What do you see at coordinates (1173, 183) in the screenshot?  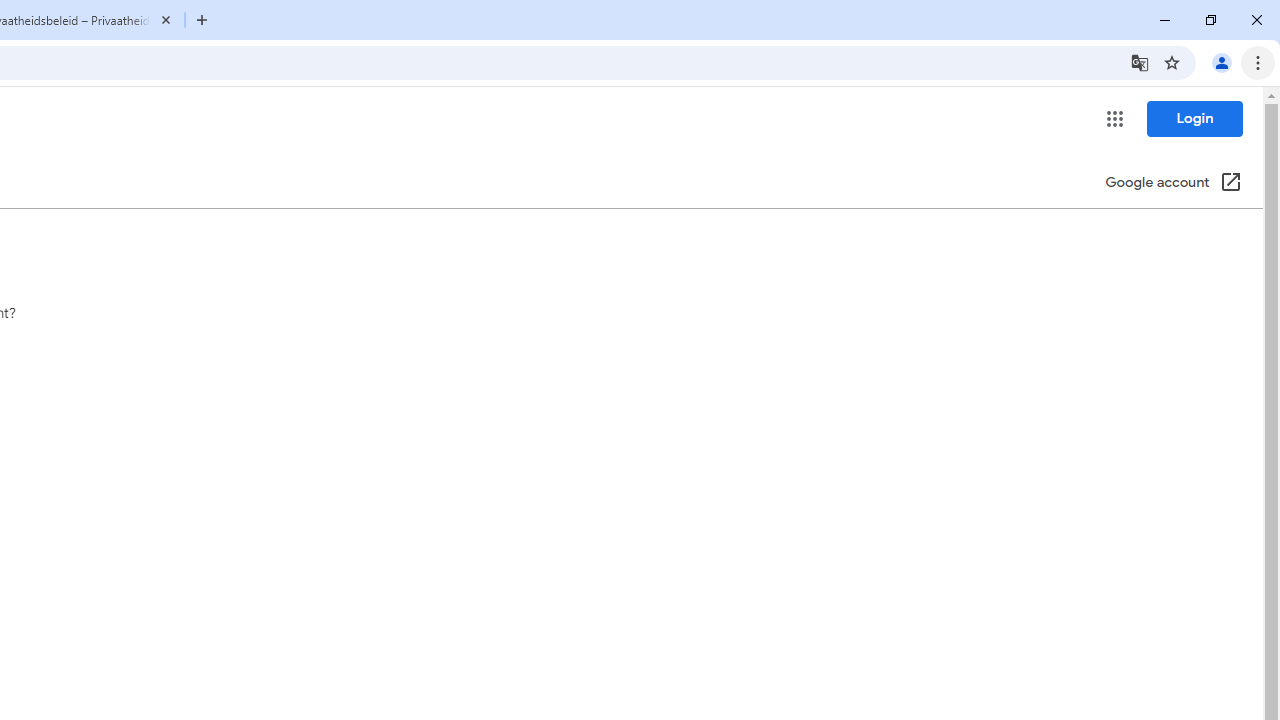 I see `'Google Account (Opens in new window)'` at bounding box center [1173, 183].